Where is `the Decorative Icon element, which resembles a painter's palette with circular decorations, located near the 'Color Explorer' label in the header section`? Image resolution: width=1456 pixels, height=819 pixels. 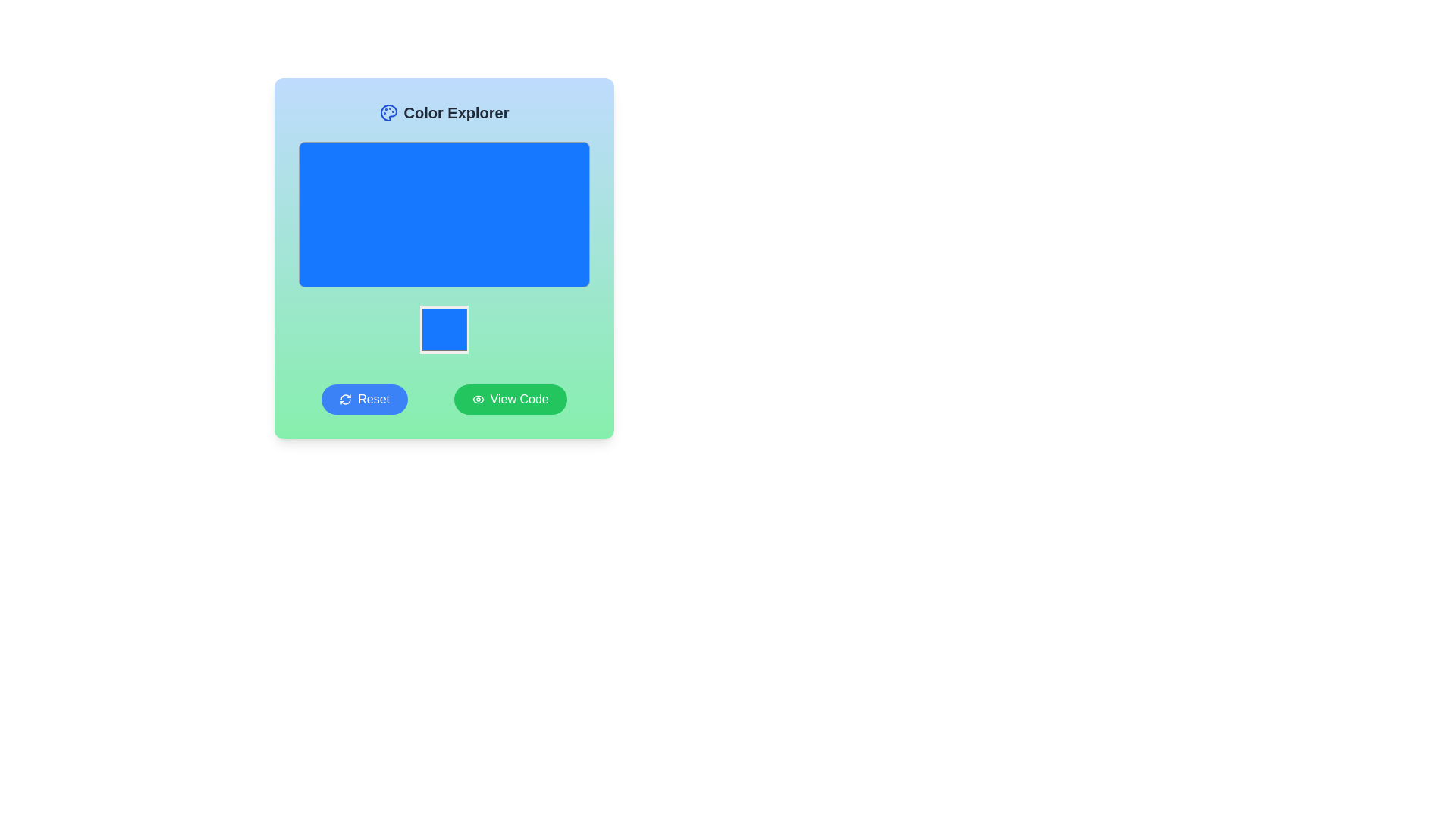 the Decorative Icon element, which resembles a painter's palette with circular decorations, located near the 'Color Explorer' label in the header section is located at coordinates (388, 112).